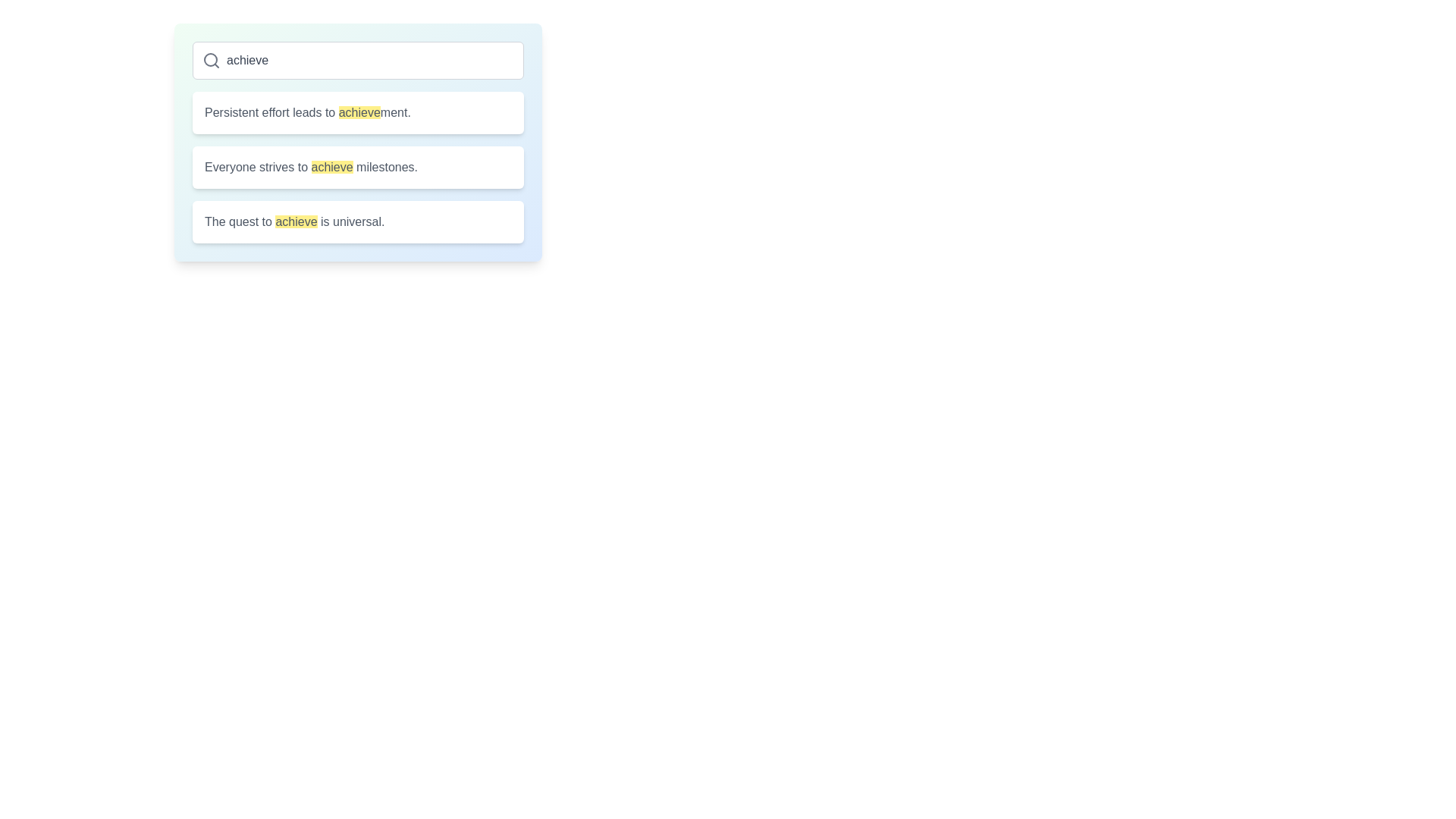 This screenshot has width=1456, height=819. I want to click on the Text Display containing the text 'The quest to achieve is universal.' to observe its hover effects, so click(357, 222).